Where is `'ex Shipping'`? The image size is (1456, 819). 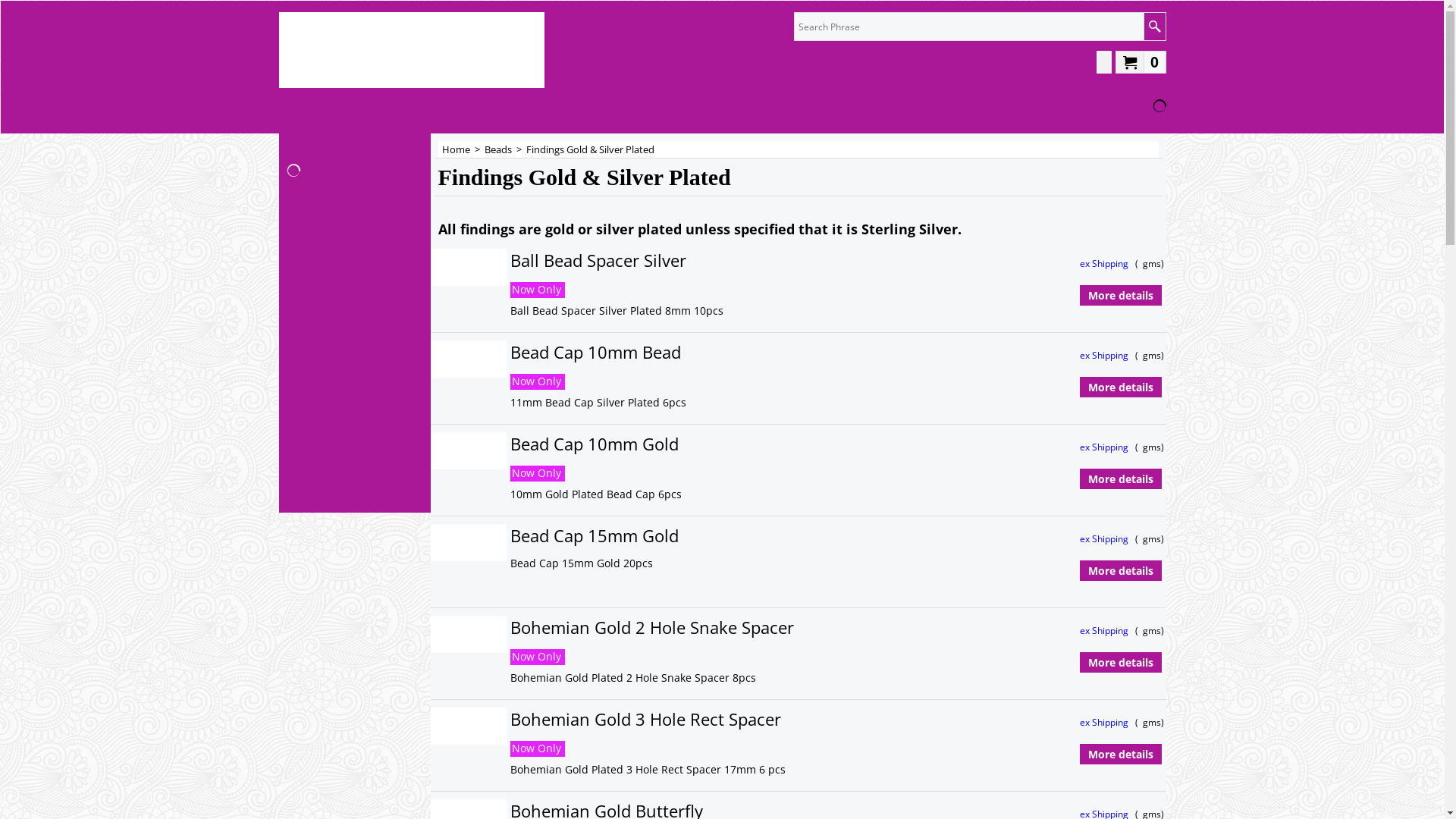
'ex Shipping' is located at coordinates (1105, 538).